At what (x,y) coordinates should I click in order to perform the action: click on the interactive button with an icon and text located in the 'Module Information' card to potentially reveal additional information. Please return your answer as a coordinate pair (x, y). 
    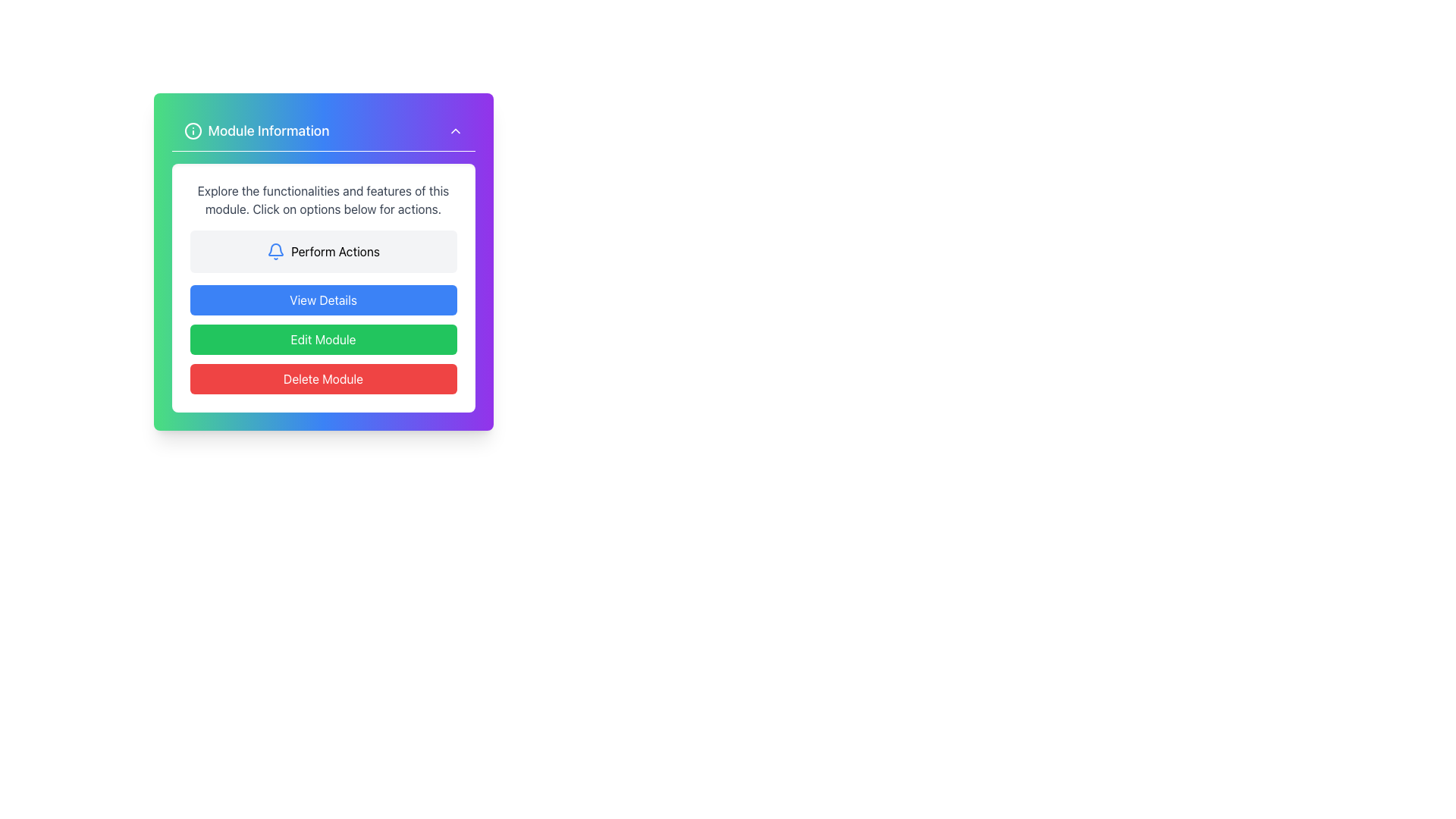
    Looking at the image, I should click on (322, 250).